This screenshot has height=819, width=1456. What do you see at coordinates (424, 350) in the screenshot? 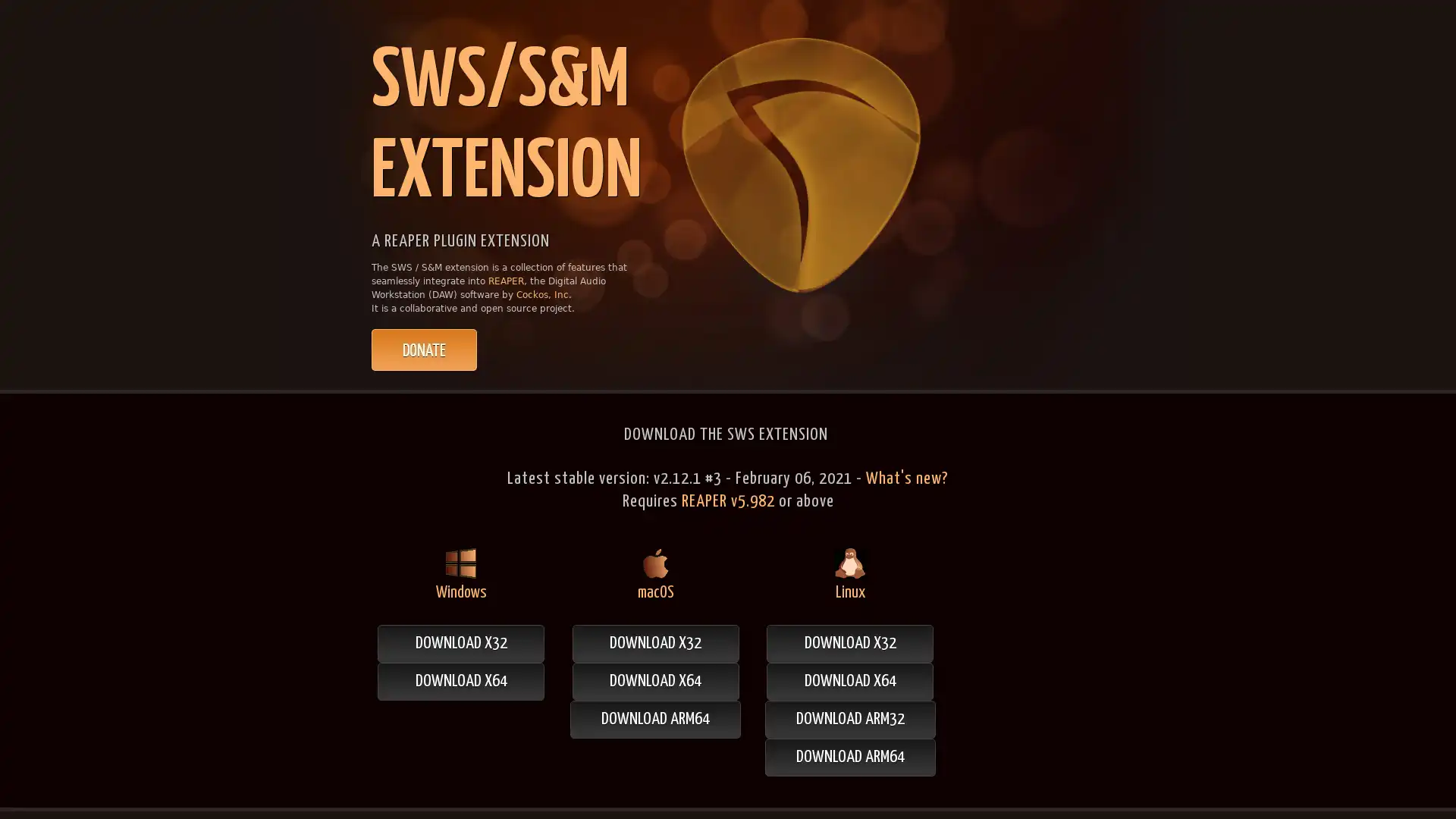
I see `PayPal` at bounding box center [424, 350].